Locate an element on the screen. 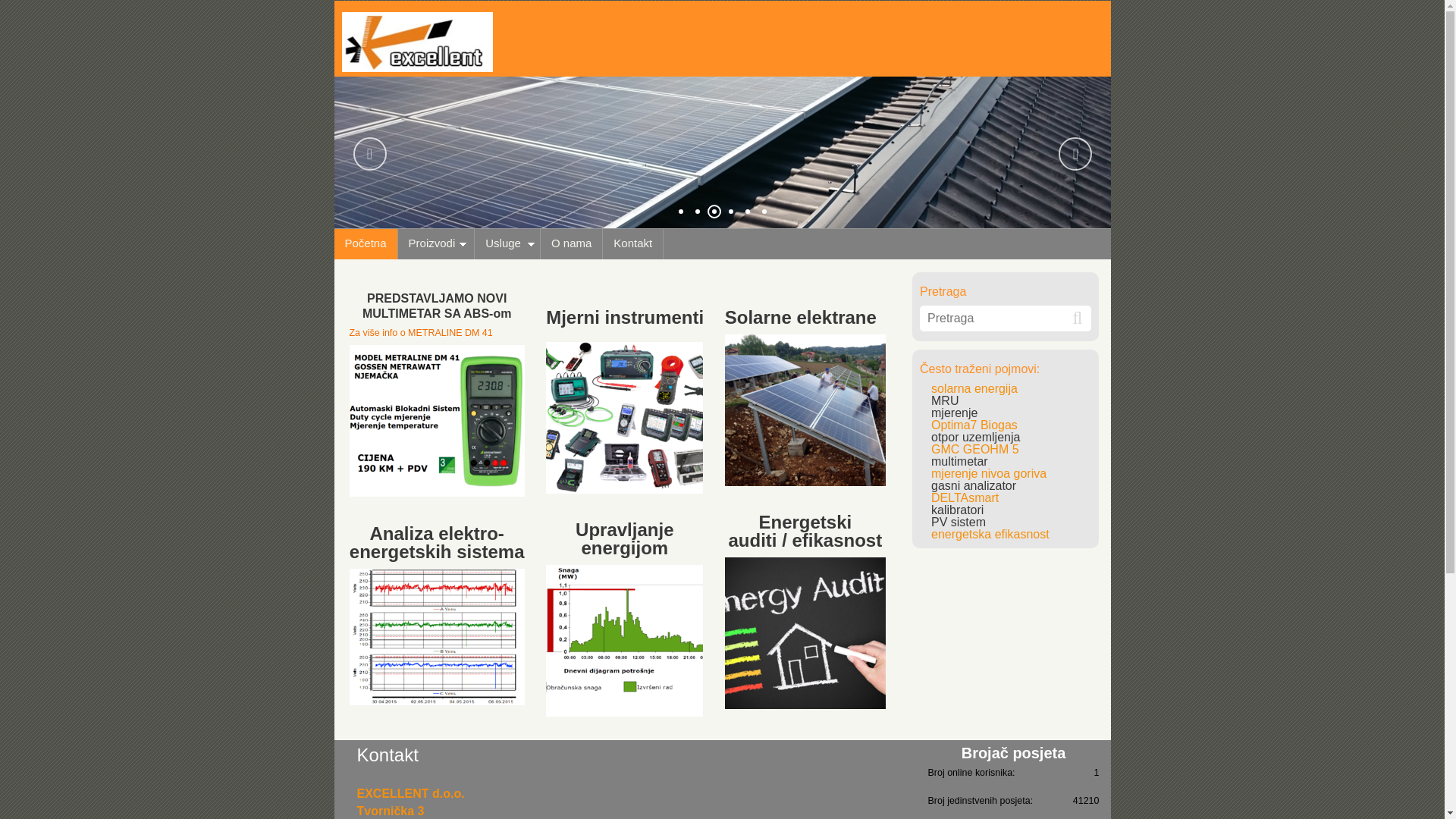  'Usluge' is located at coordinates (507, 242).